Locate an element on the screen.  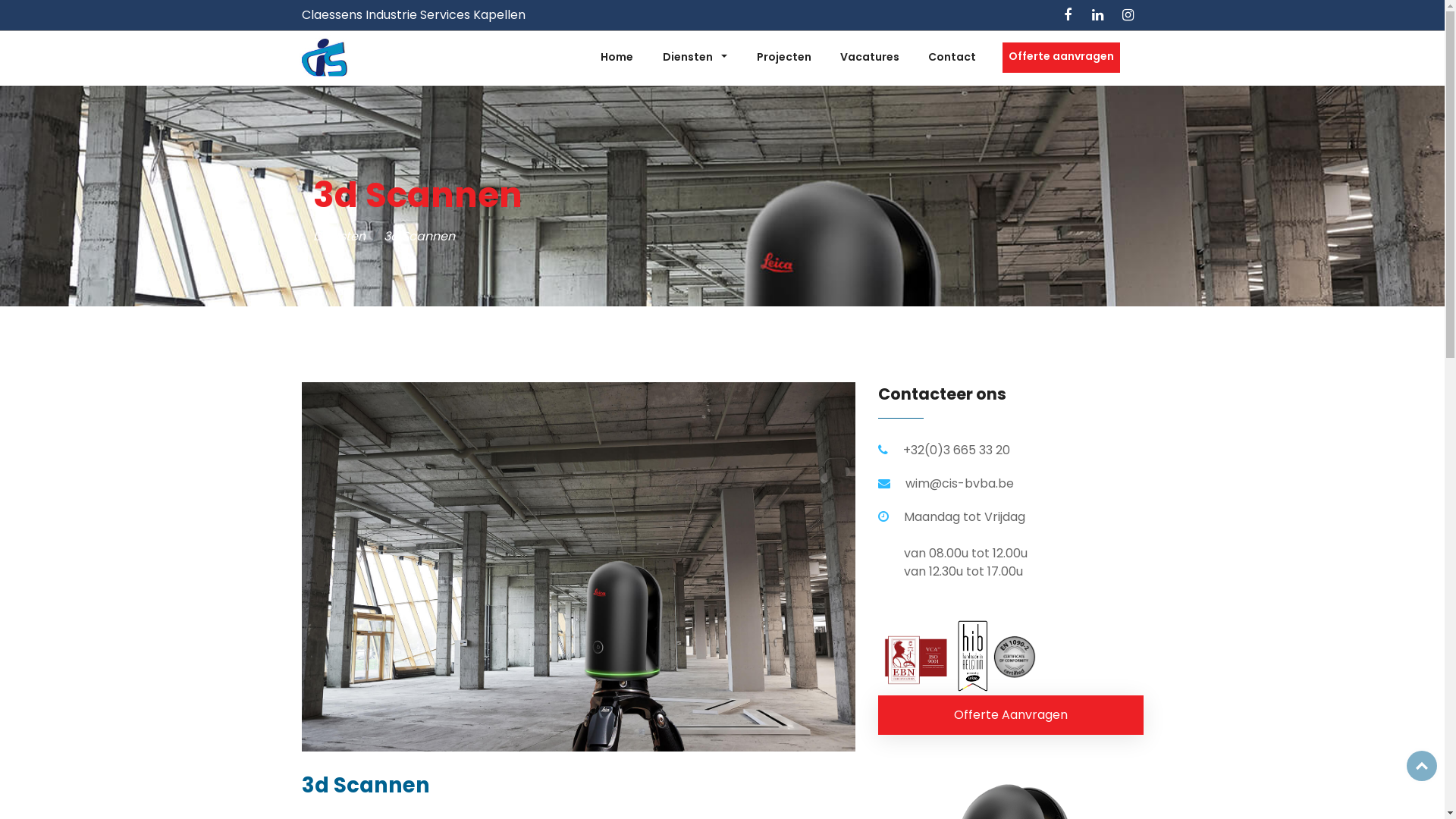
'Offerte Aanvragen' is located at coordinates (1011, 714).